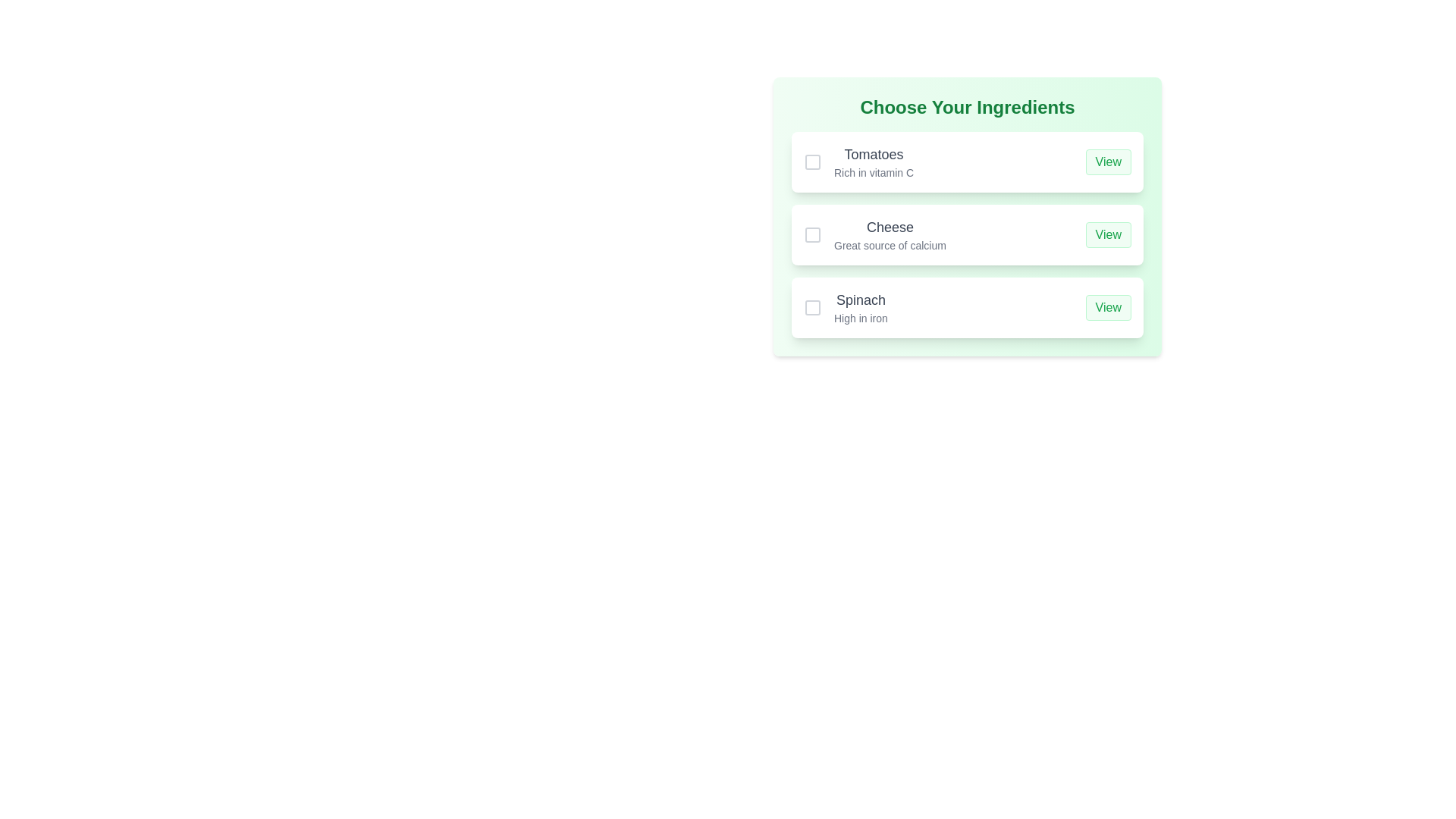 The height and width of the screenshot is (819, 1456). I want to click on the 'Spinach' checkbox located in the list of selectable items, so click(811, 307).